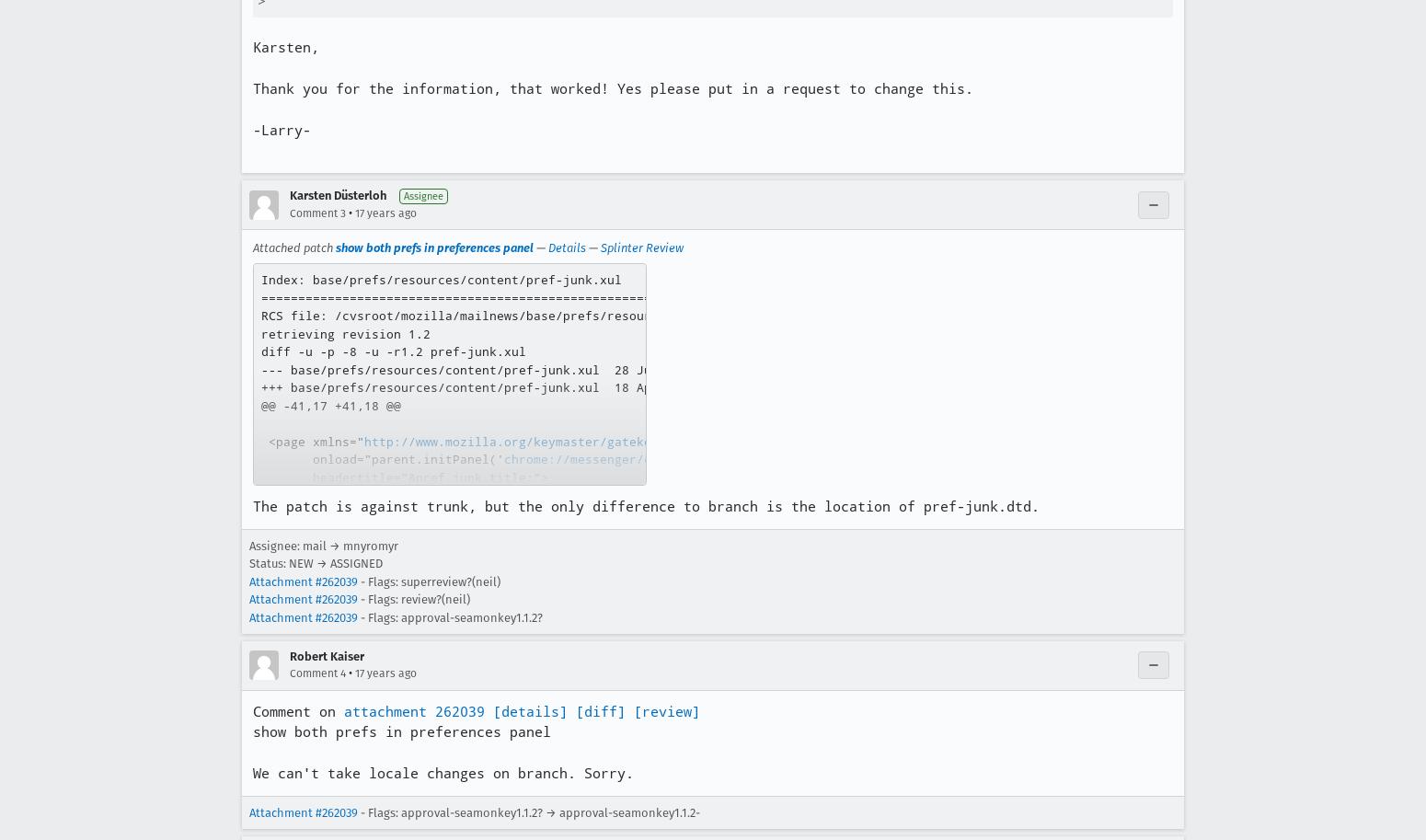 This screenshot has width=1426, height=840. Describe the element at coordinates (507, 567) in the screenshot. I see `'-                         "markAsReadOnSpam", "enableJunkLogging"];'` at that location.